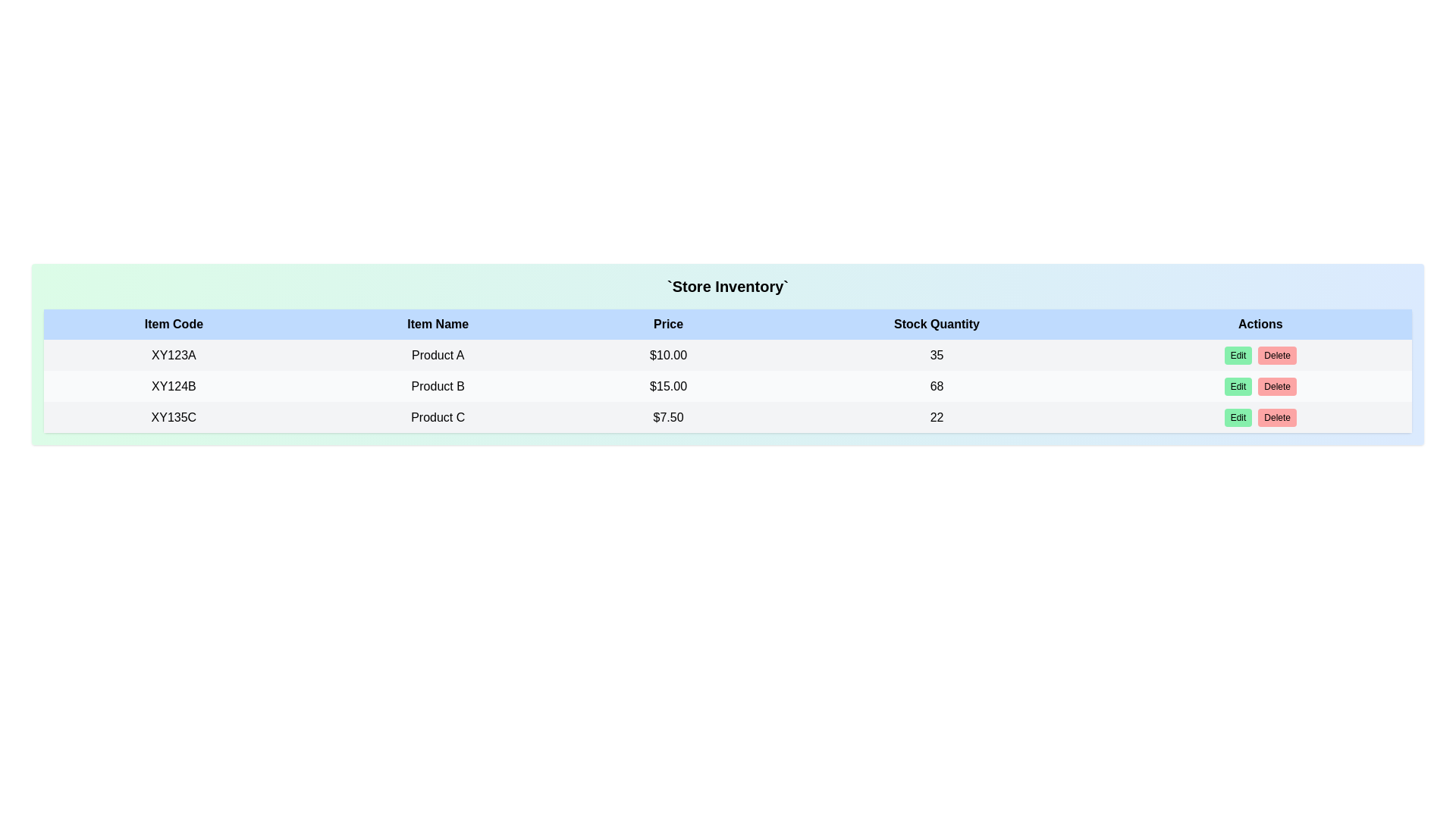  Describe the element at coordinates (936, 355) in the screenshot. I see `the Static Text displaying the number '35' in the 'Stock Quantity' column for 'Product A', which is styled with black sans-serif text on a light gray background` at that location.